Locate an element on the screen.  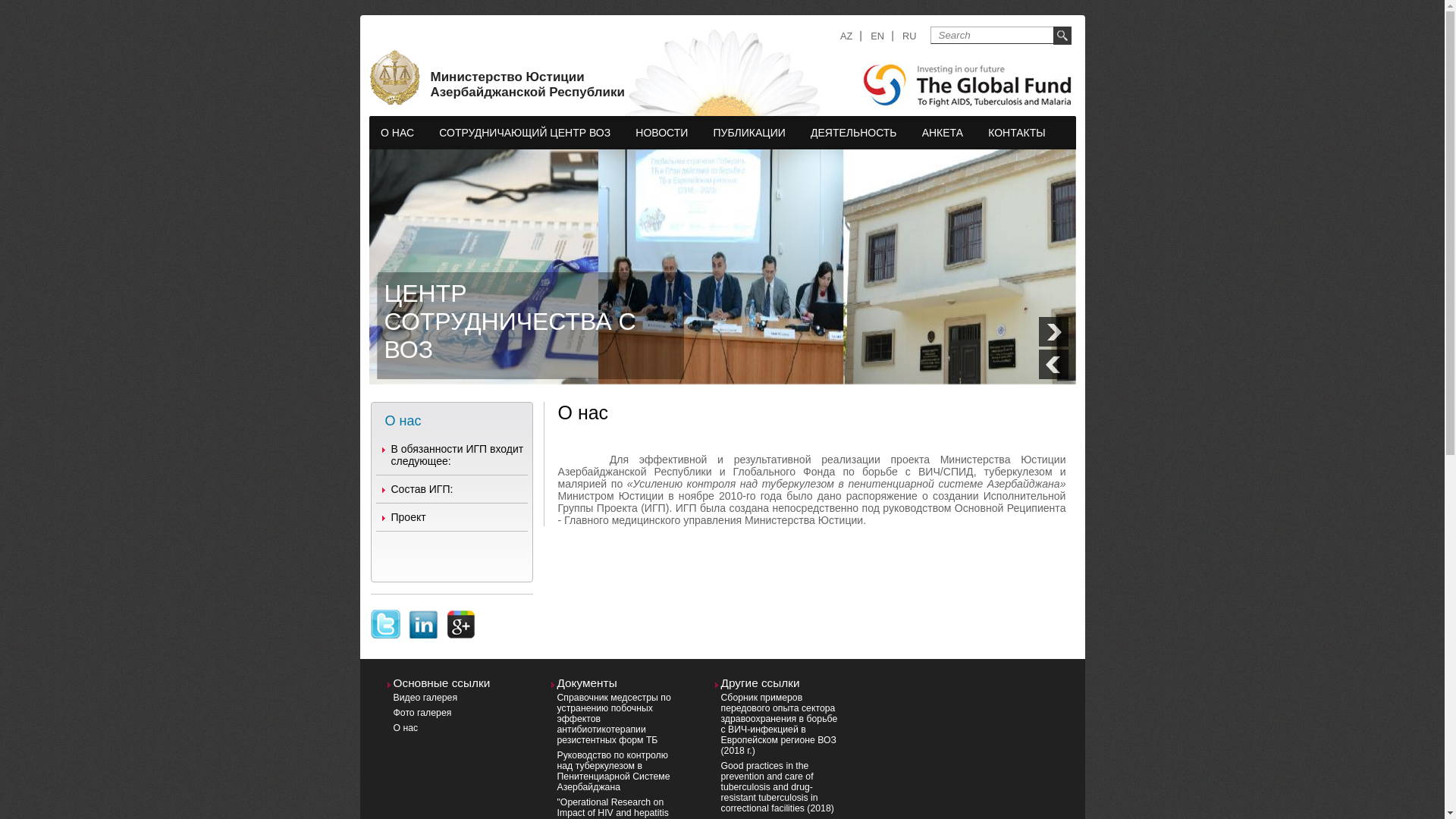
'EN' is located at coordinates (877, 35).